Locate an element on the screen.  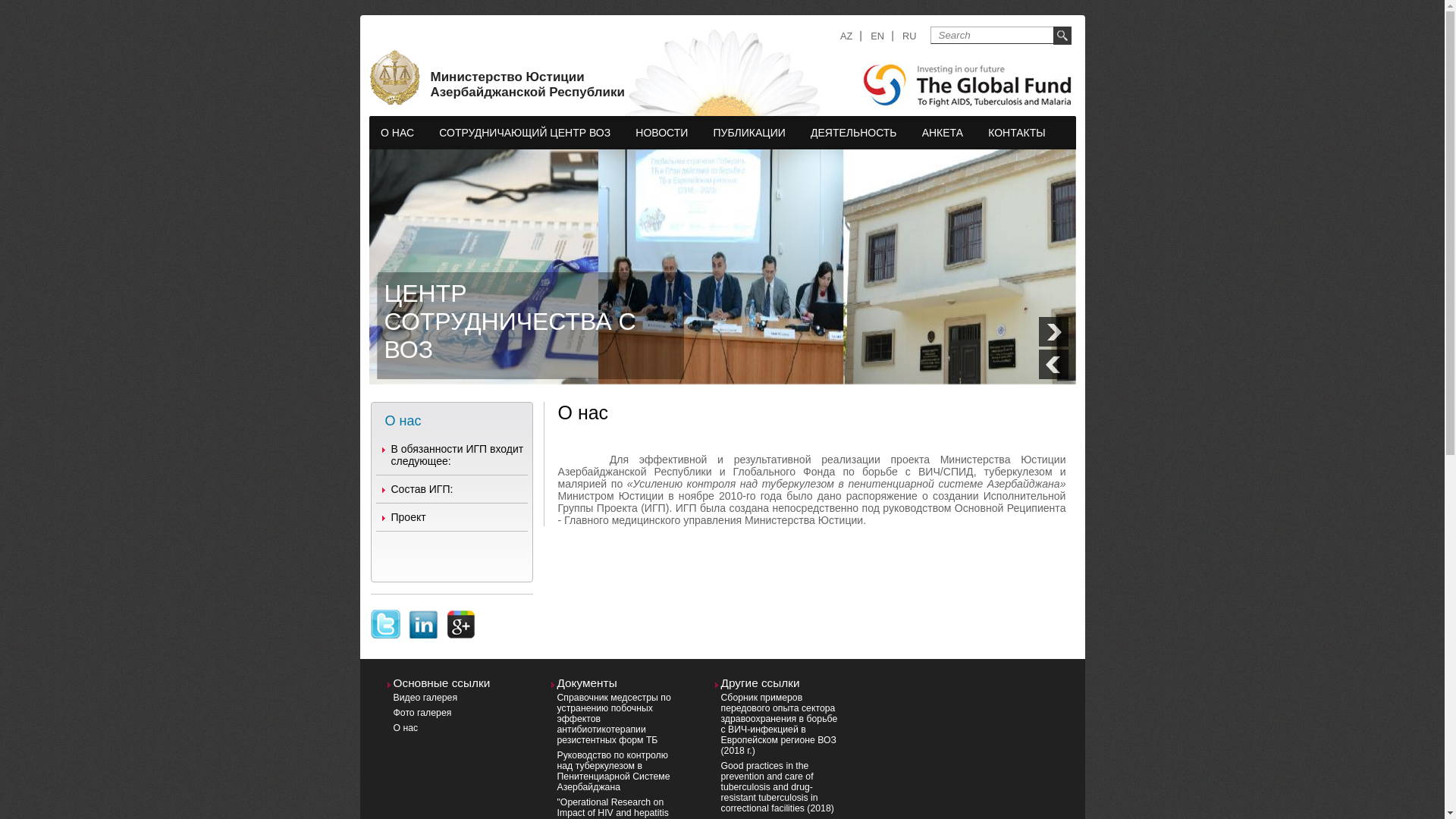
'EN' is located at coordinates (877, 35).